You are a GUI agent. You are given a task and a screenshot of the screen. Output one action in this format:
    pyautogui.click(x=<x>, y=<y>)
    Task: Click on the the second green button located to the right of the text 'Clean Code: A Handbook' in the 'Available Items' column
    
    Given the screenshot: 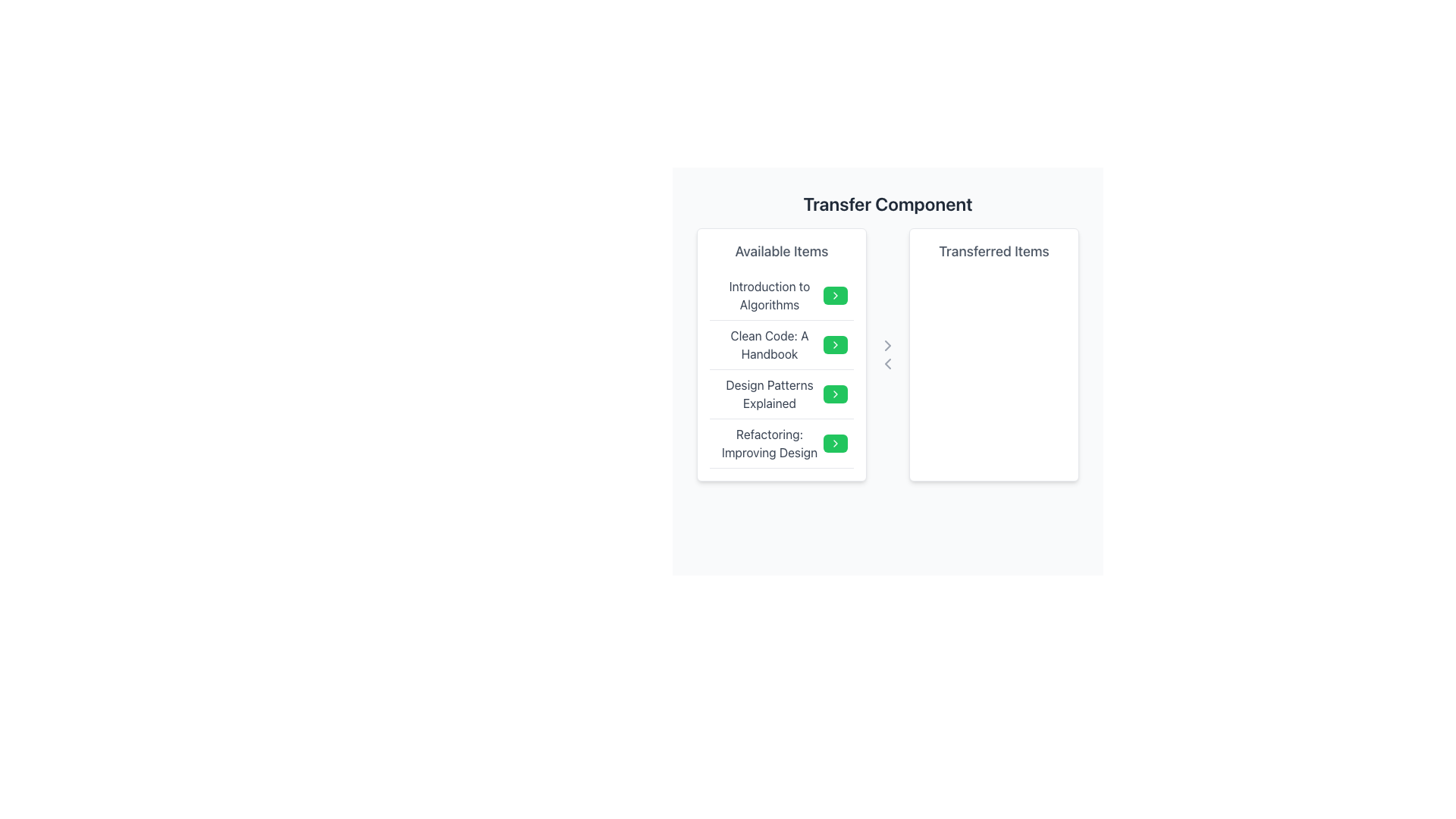 What is the action you would take?
    pyautogui.click(x=835, y=345)
    